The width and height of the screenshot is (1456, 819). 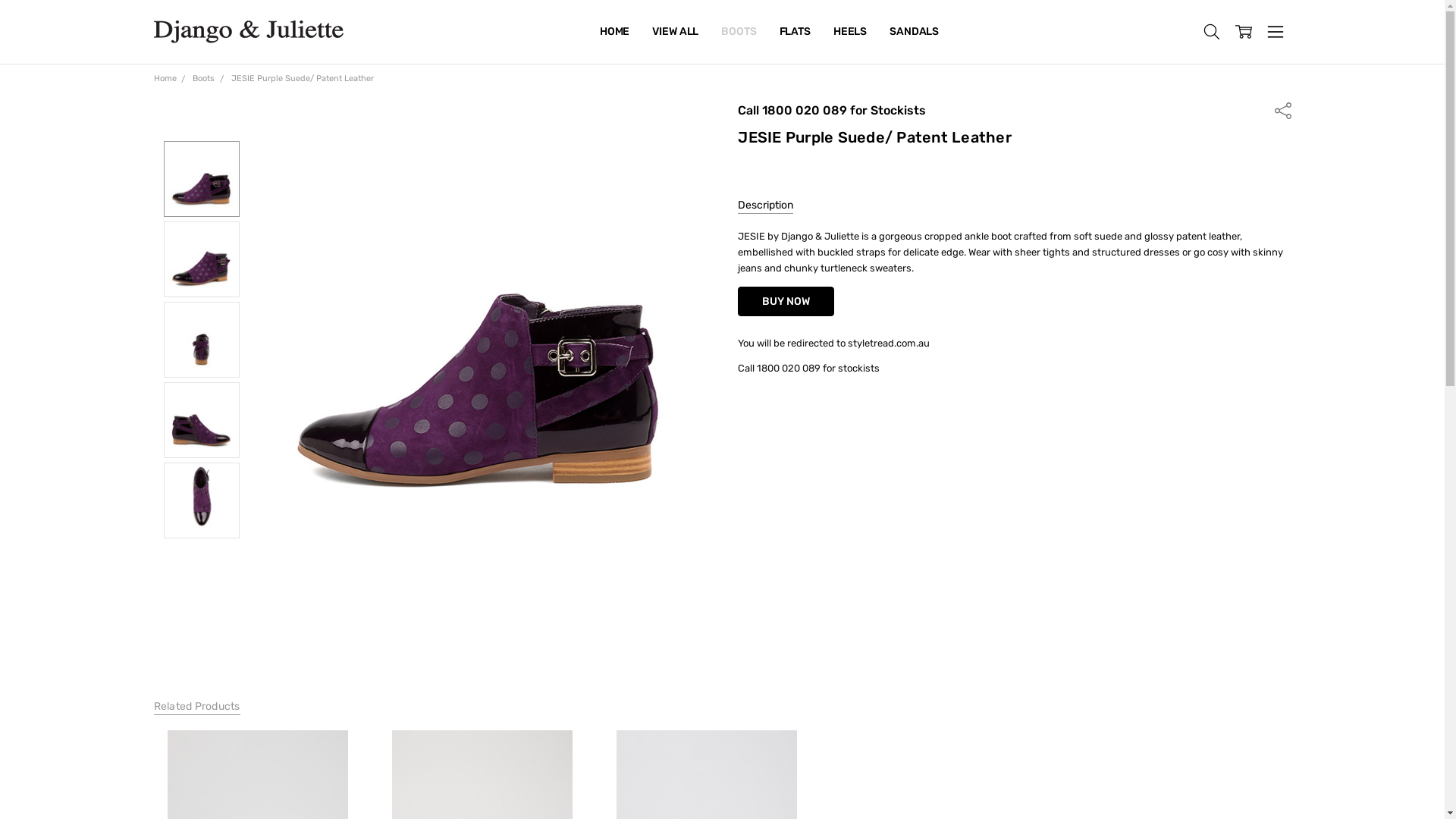 What do you see at coordinates (670, 32) in the screenshot?
I see `'ABOUT DJANGO & JULIETTE'` at bounding box center [670, 32].